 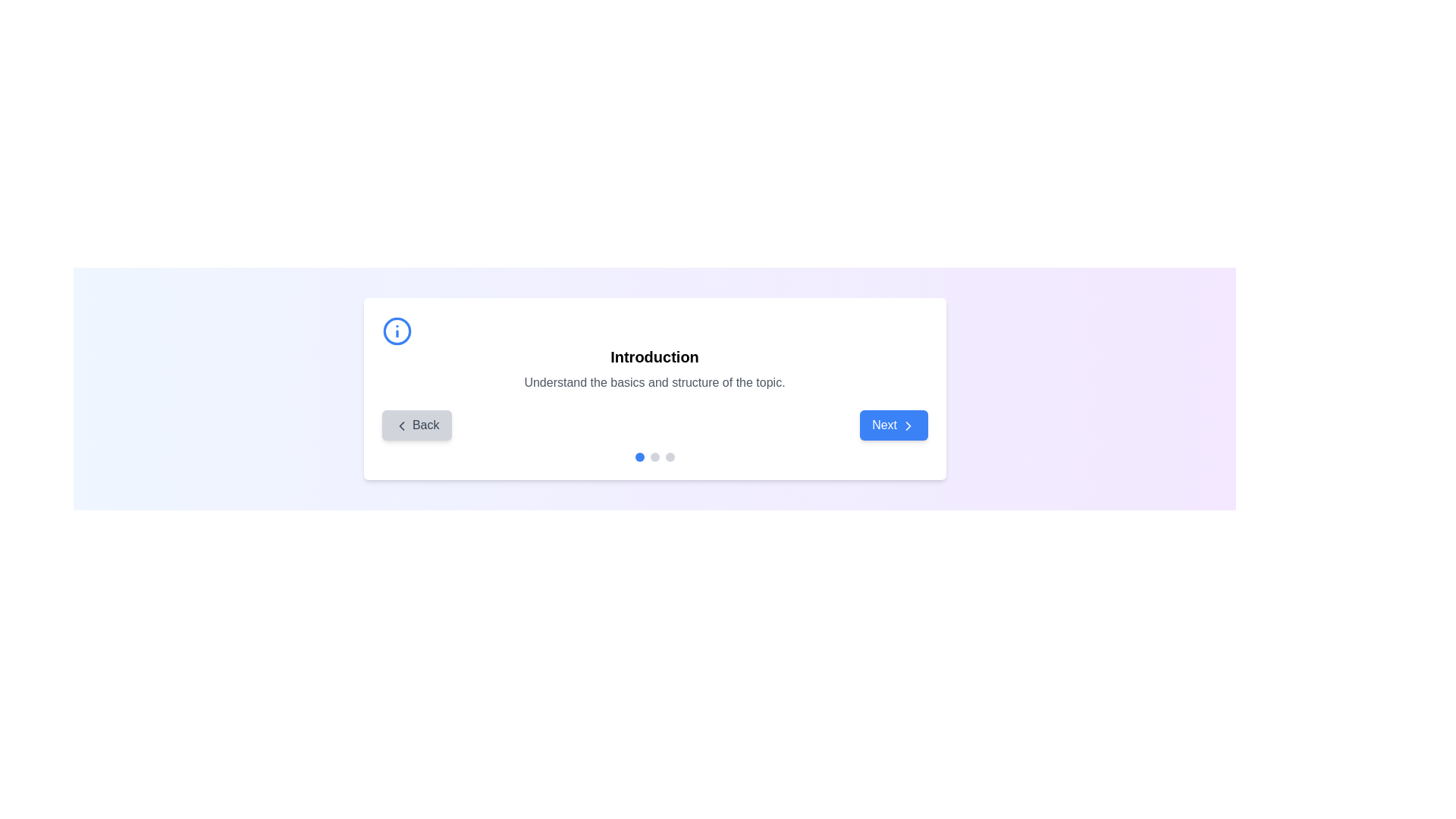 I want to click on the left-pointing arrow icon located within the 'Back' button at the bottom left corner of the card-style section, so click(x=401, y=425).